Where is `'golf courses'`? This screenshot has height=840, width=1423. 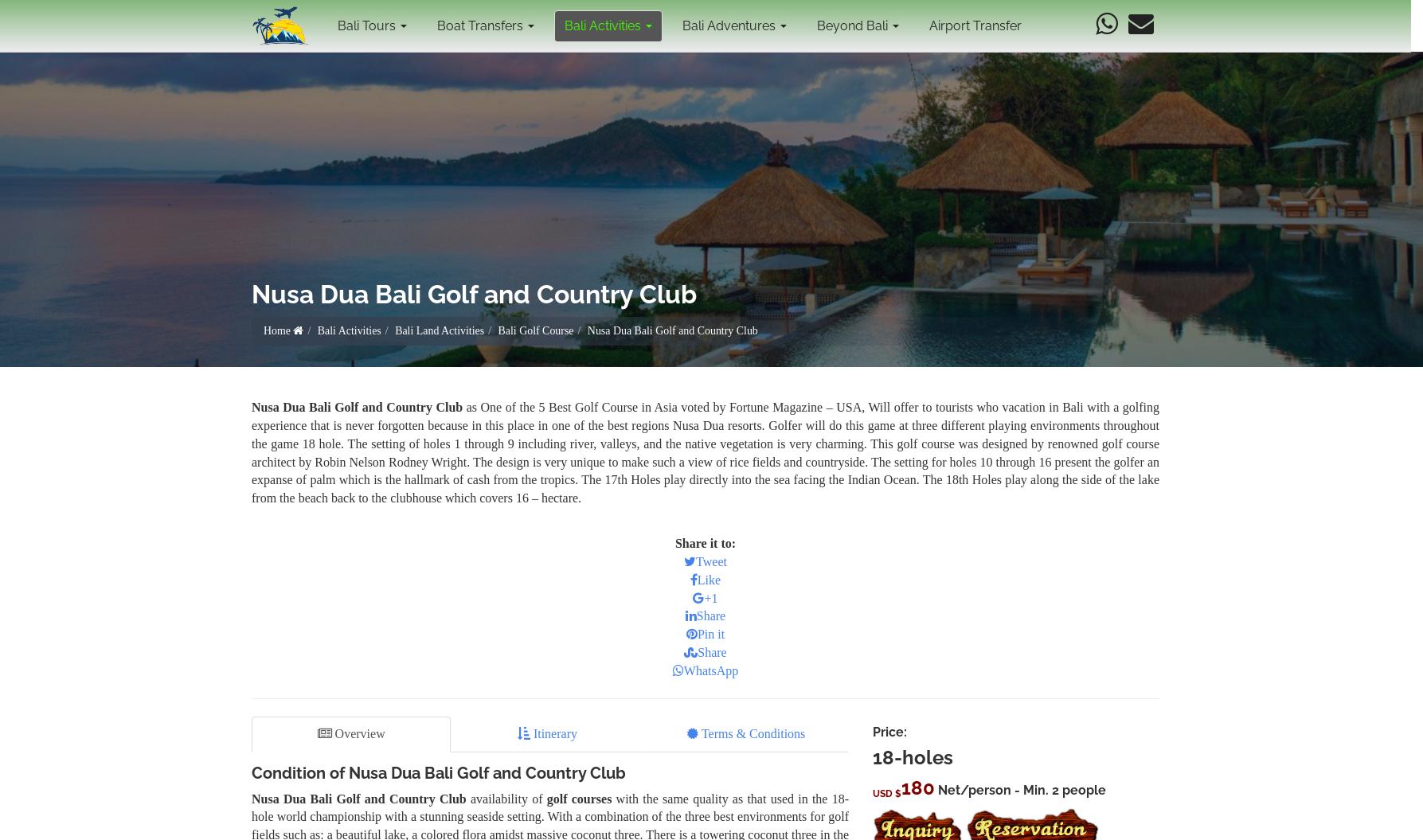 'golf courses' is located at coordinates (578, 797).